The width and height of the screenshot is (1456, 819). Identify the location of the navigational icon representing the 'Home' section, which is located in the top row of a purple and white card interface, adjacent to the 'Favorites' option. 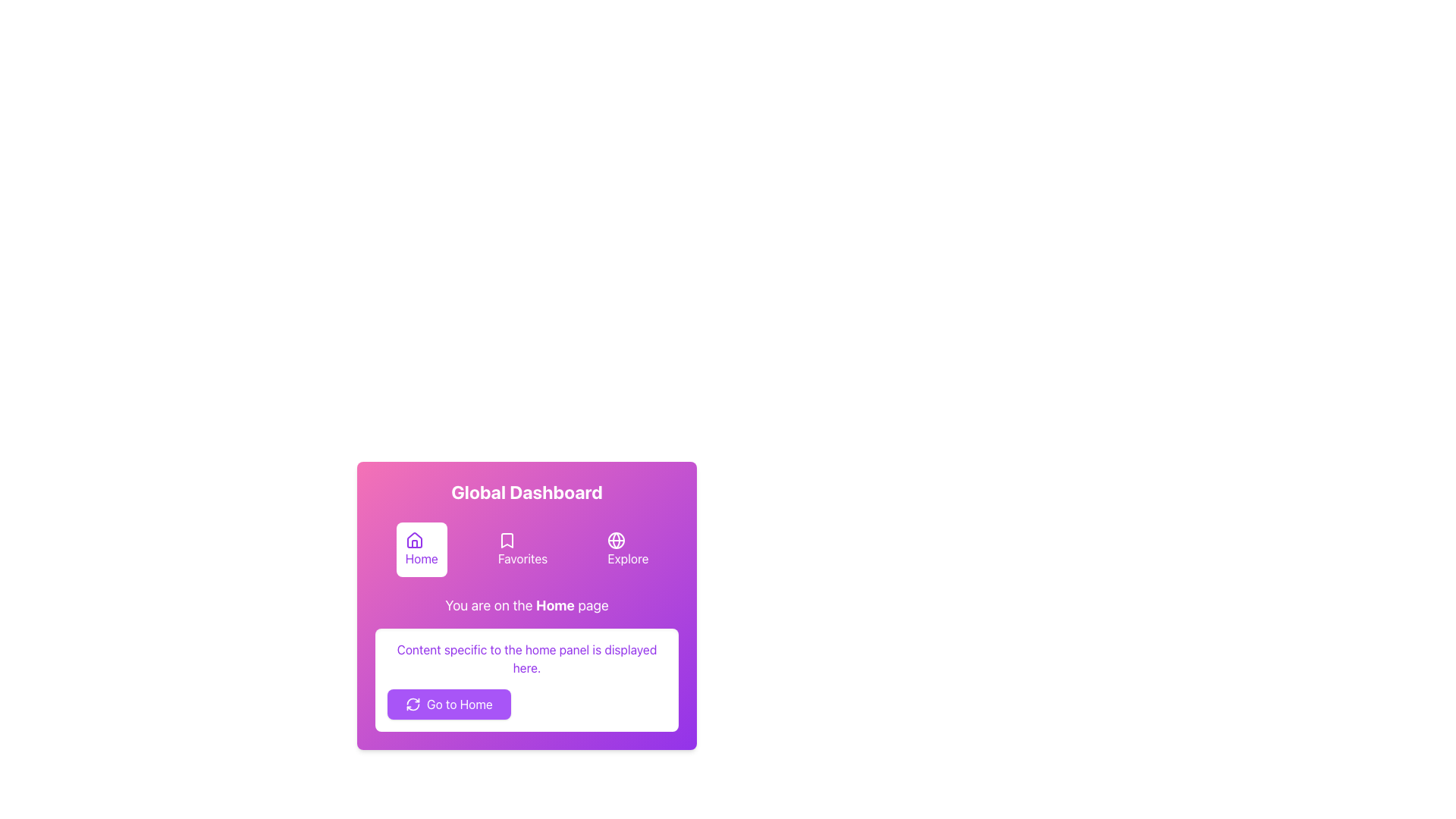
(414, 540).